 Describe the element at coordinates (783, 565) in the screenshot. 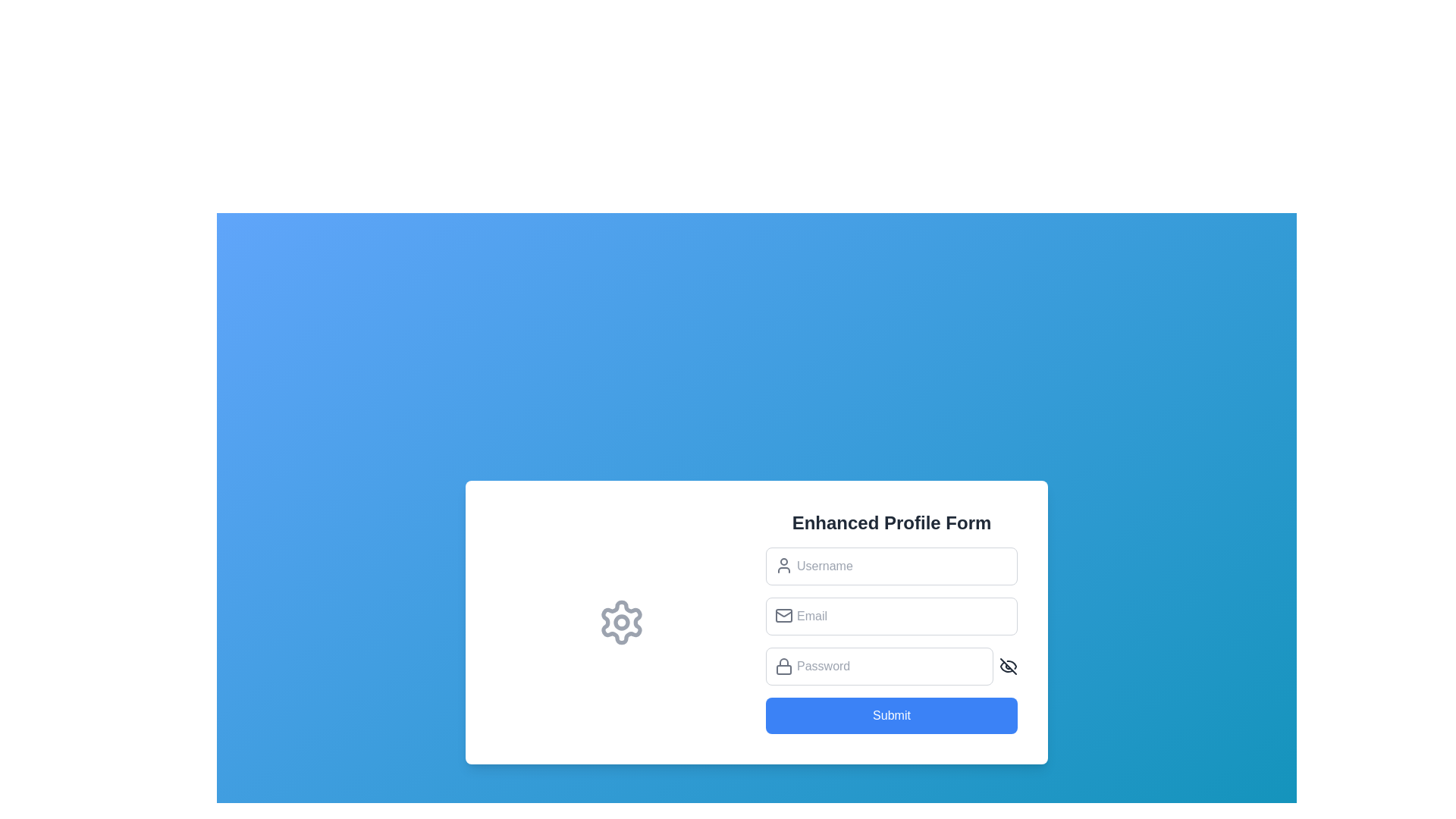

I see `the user/profile icon located inside the 'Username' input field of the 'Enhanced Profile Form', which serves as an indicator for the username input` at that location.